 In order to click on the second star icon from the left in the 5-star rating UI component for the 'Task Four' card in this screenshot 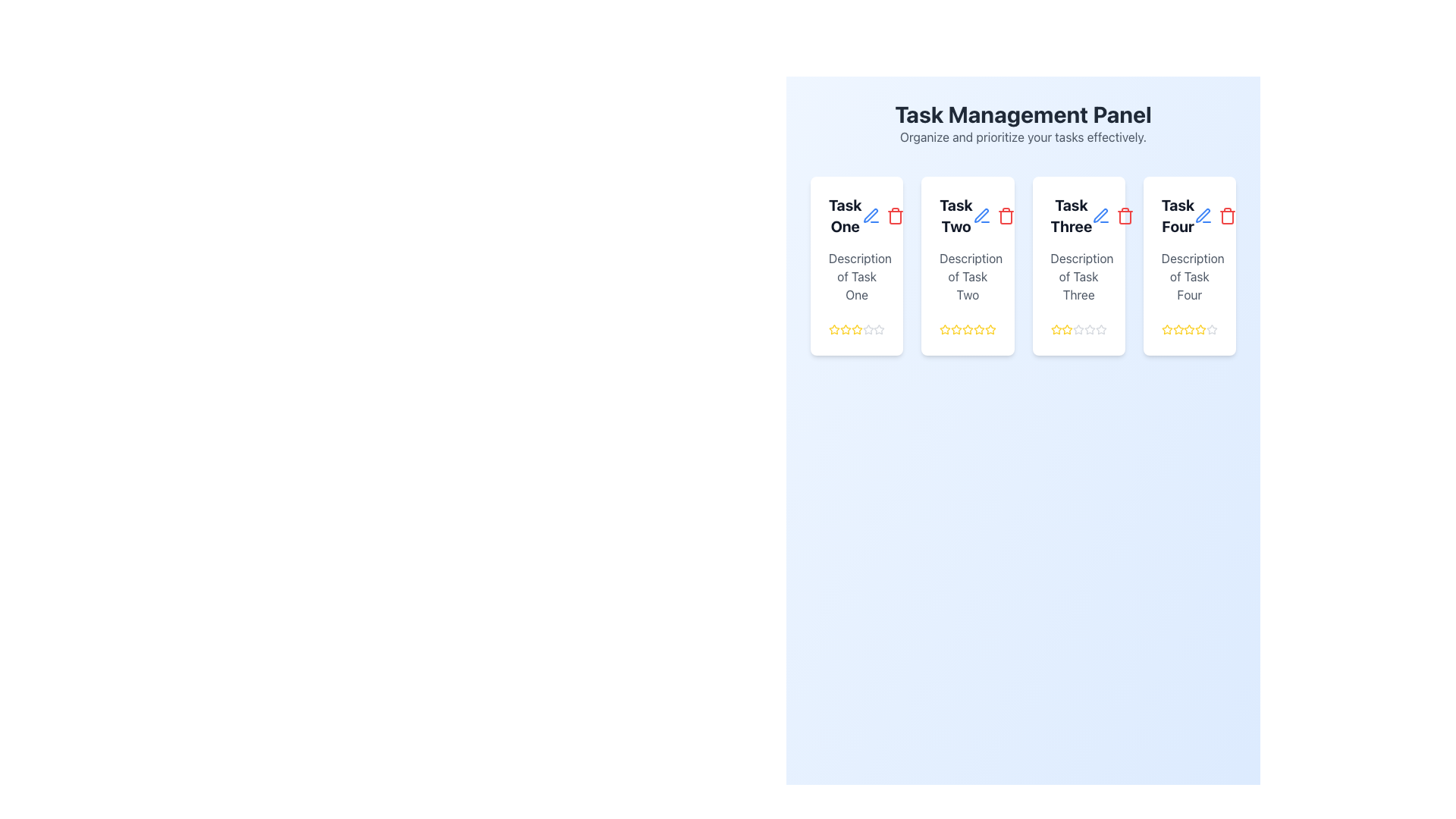, I will do `click(1188, 328)`.